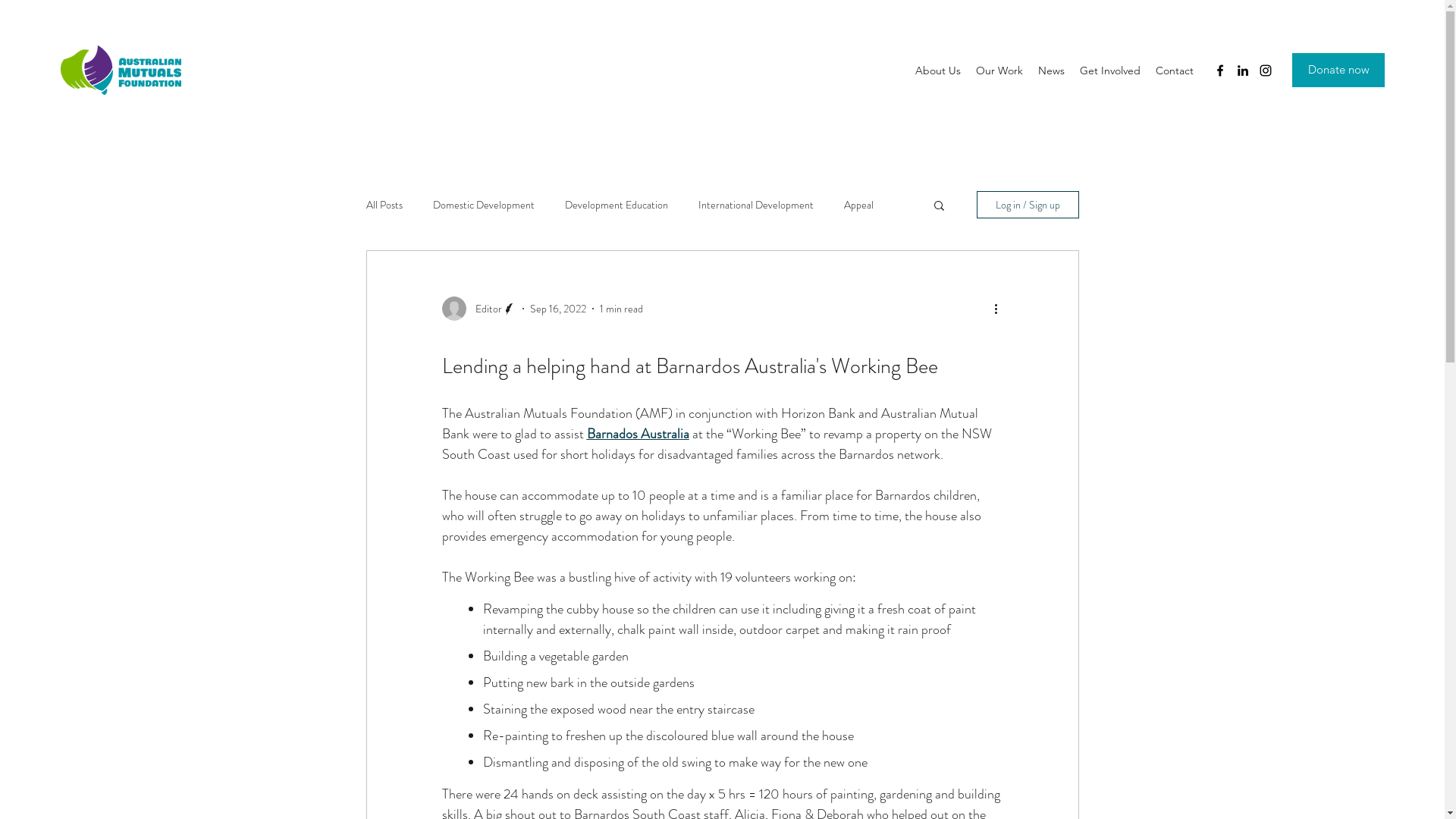 This screenshot has width=1456, height=819. I want to click on 'Our Work', so click(999, 70).